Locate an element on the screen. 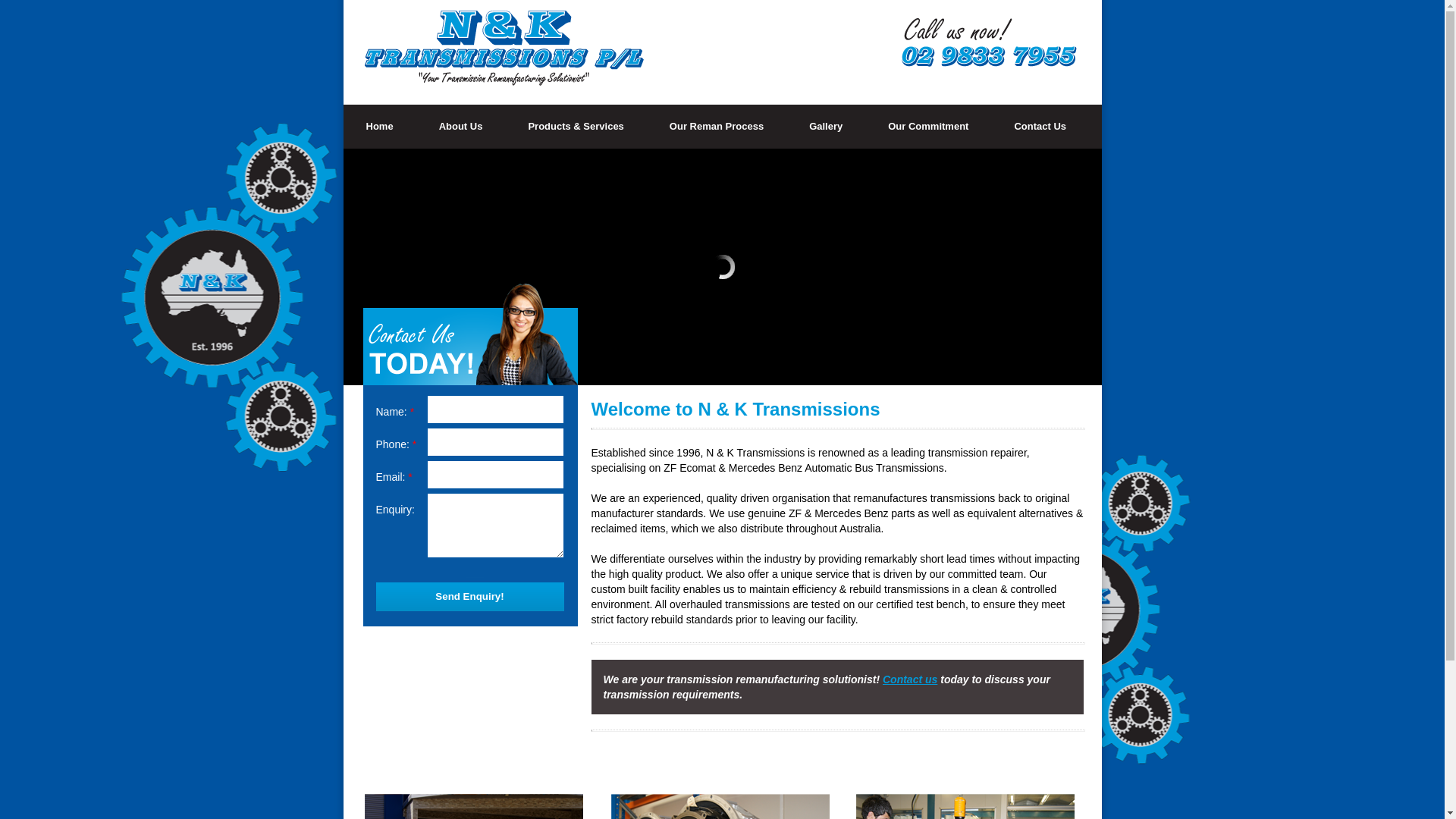 The height and width of the screenshot is (819, 1456). 'Our Reman Process' is located at coordinates (716, 125).